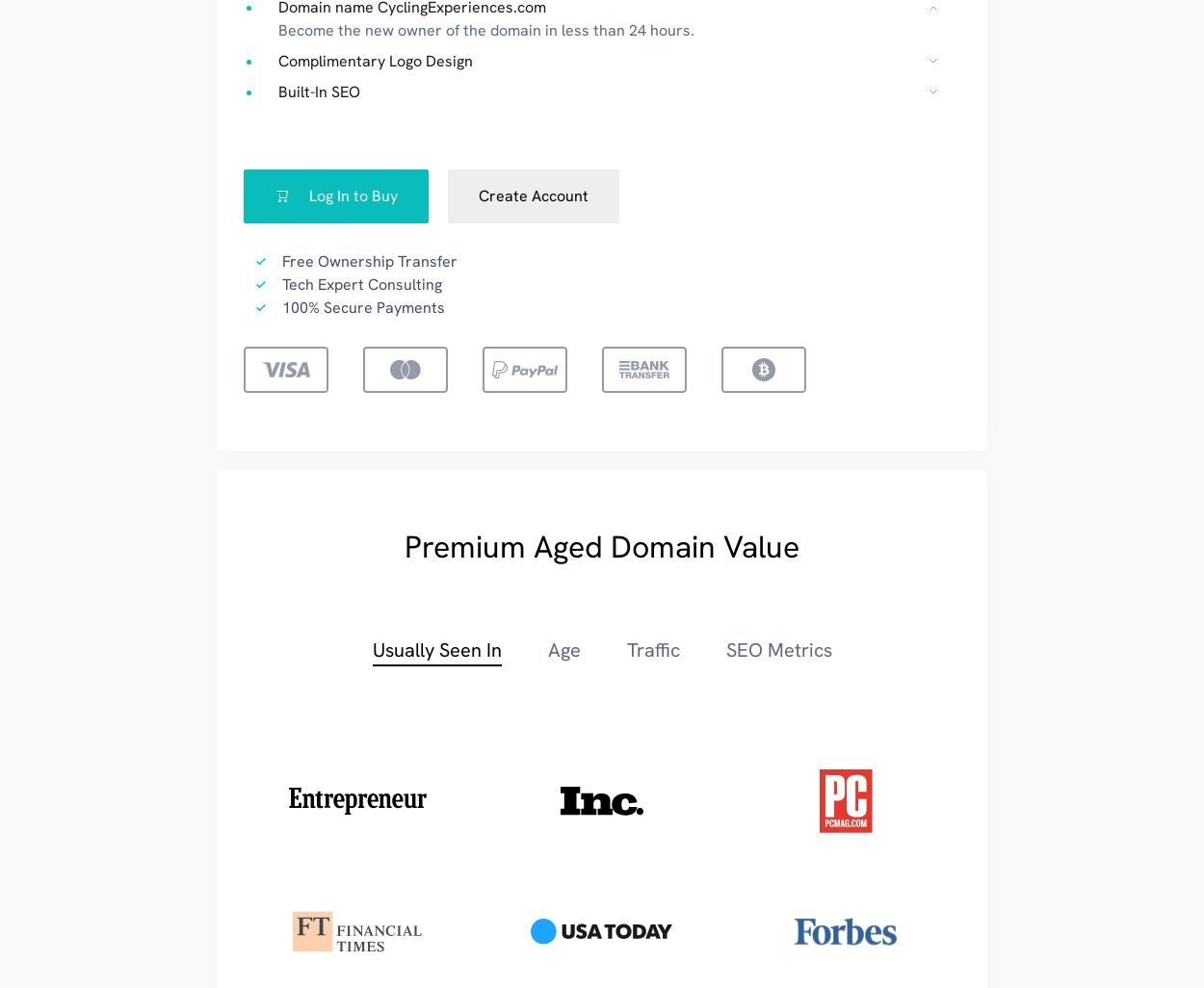 The height and width of the screenshot is (988, 1204). What do you see at coordinates (478, 195) in the screenshot?
I see `'Create Account'` at bounding box center [478, 195].